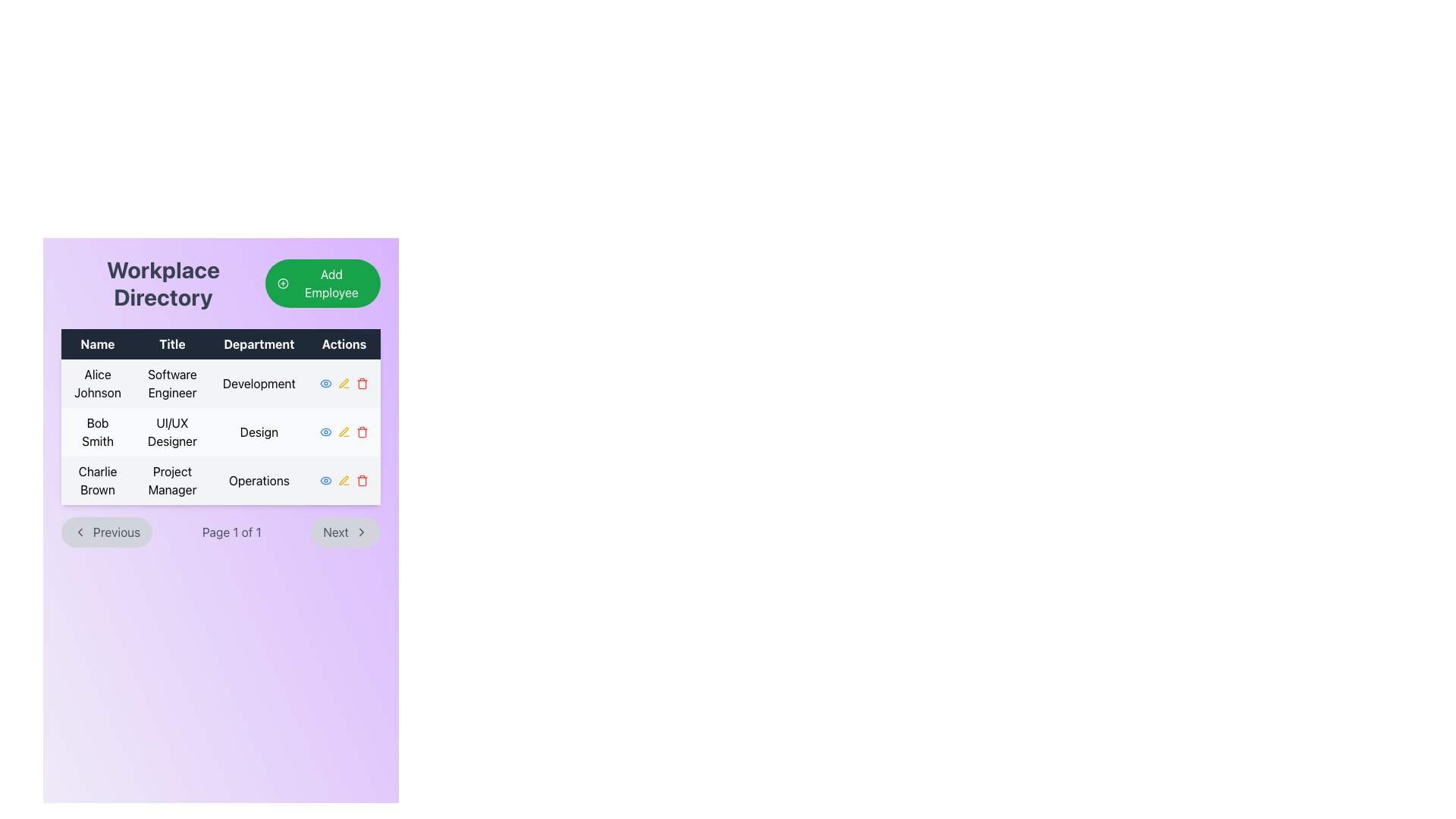  I want to click on the delete icon in the action toolset for the entry of 'Bob Smith' located in the rightmost column of the second row of the table, so click(344, 432).